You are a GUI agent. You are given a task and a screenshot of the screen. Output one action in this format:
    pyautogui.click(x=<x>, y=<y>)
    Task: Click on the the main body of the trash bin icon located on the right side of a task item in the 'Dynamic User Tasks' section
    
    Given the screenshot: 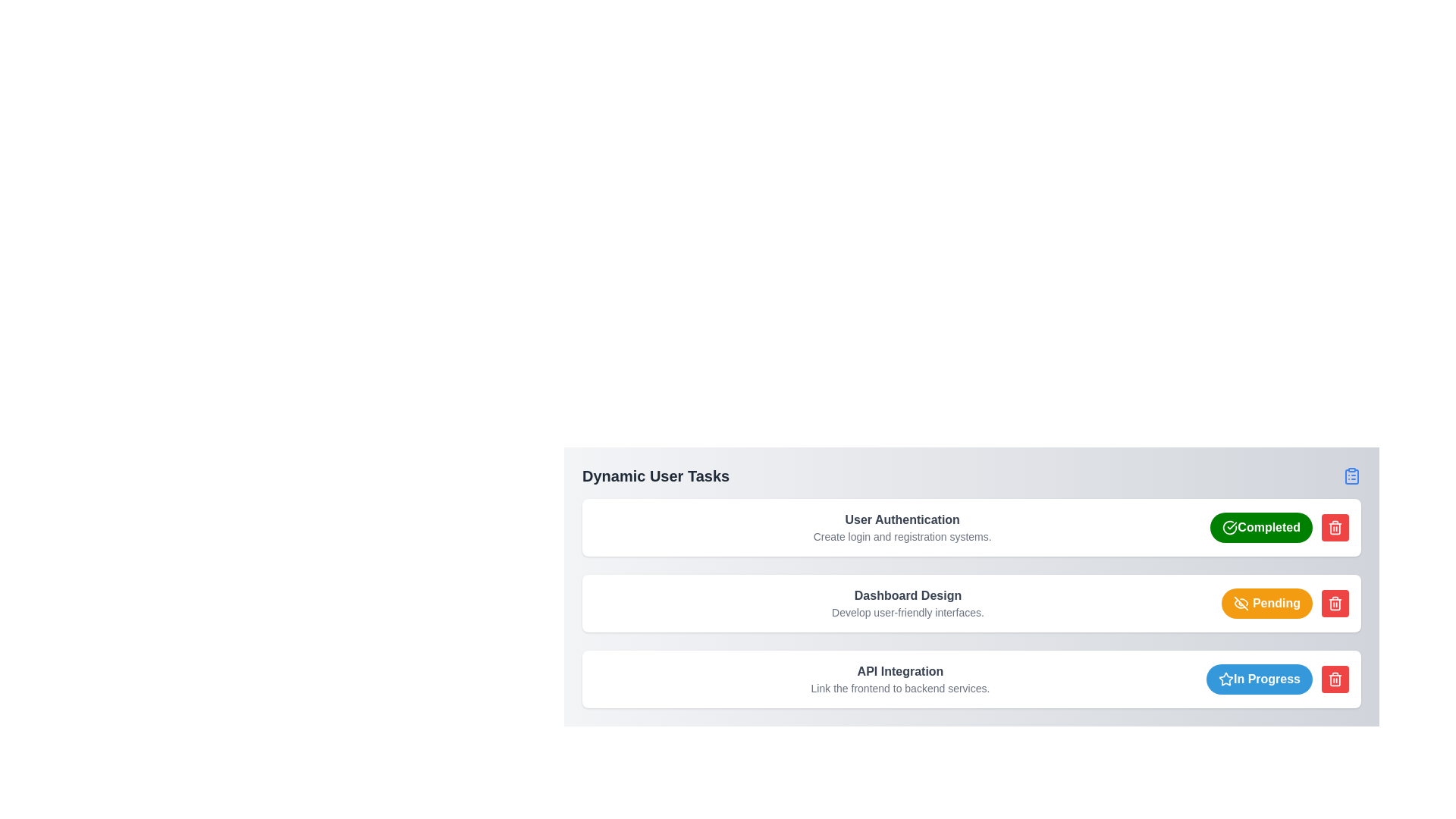 What is the action you would take?
    pyautogui.click(x=1335, y=528)
    